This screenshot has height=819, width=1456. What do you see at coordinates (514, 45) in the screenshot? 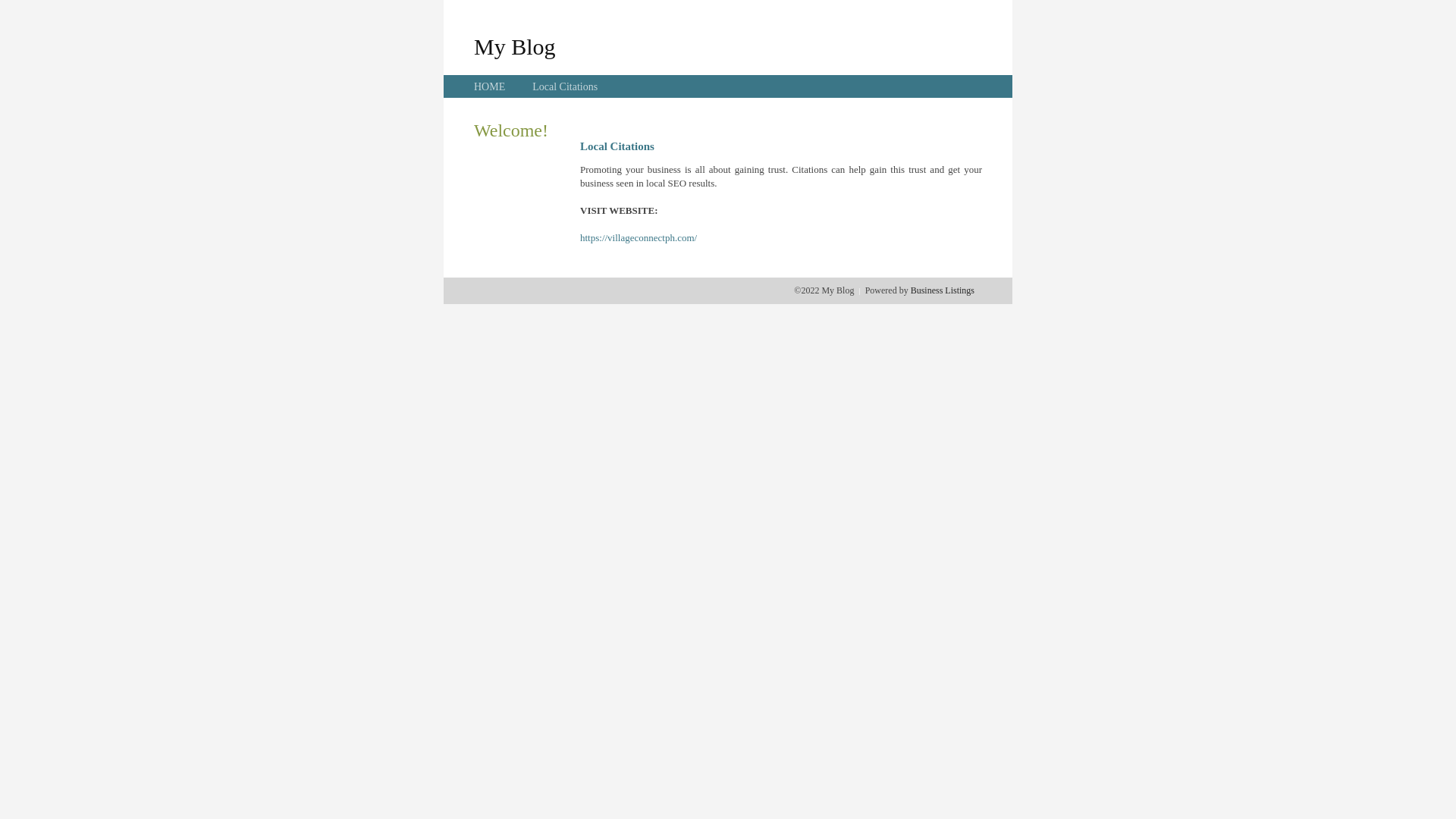
I see `'My Blog'` at bounding box center [514, 45].